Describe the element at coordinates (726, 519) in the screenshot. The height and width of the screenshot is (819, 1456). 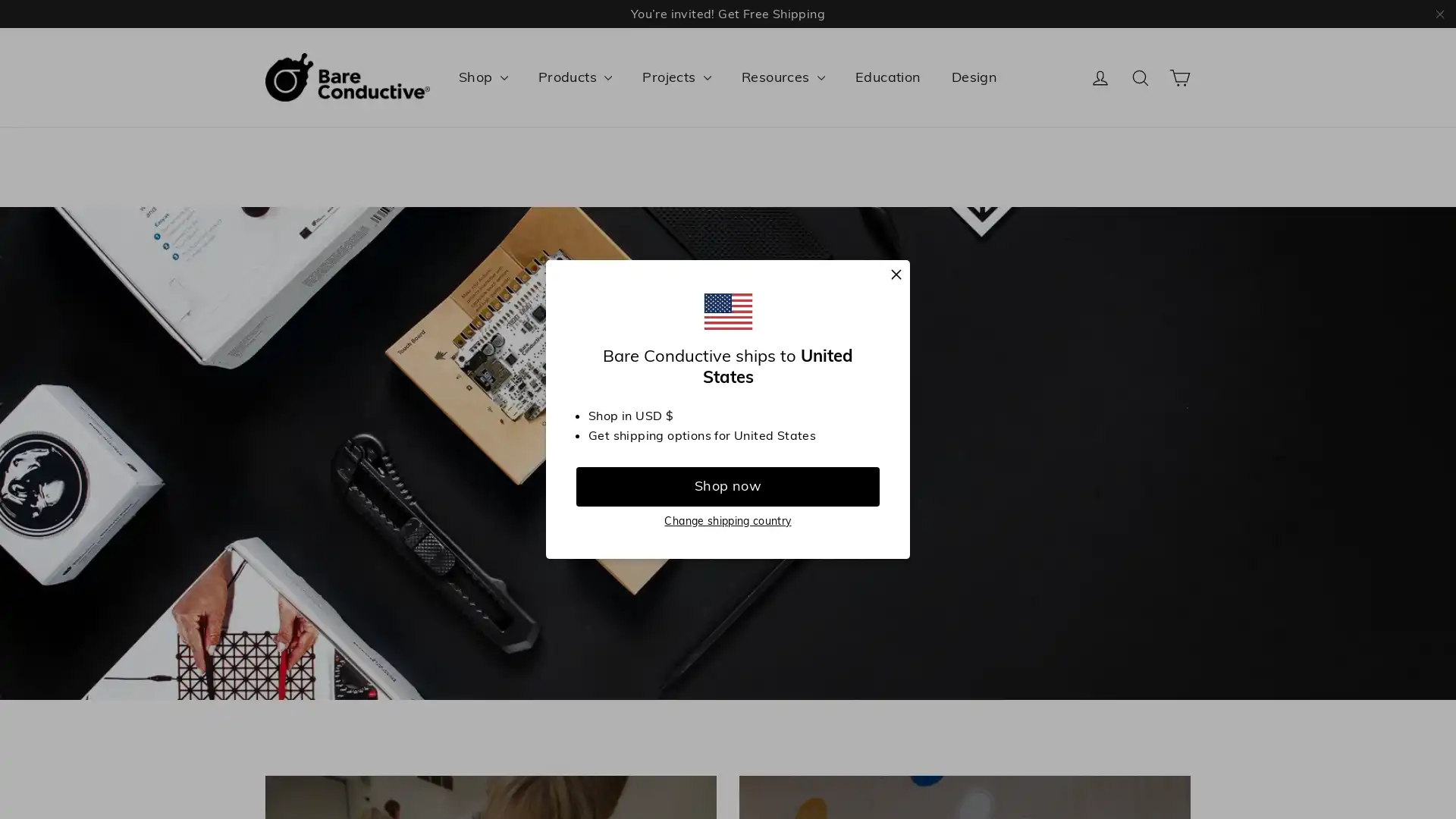
I see `Change shipping country` at that location.